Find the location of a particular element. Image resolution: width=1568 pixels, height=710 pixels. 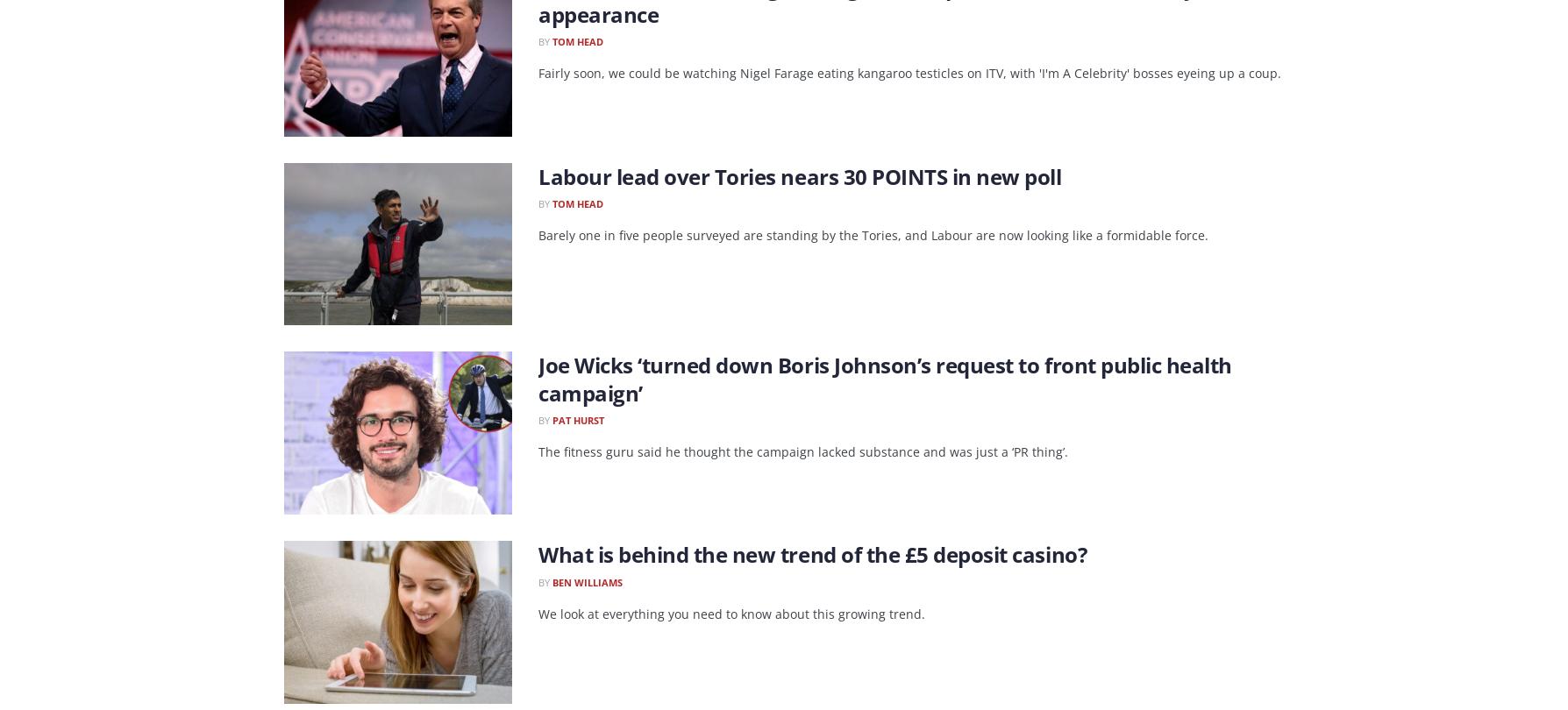

'Labour lead over Tories nears 30 POINTS in new poll' is located at coordinates (538, 175).